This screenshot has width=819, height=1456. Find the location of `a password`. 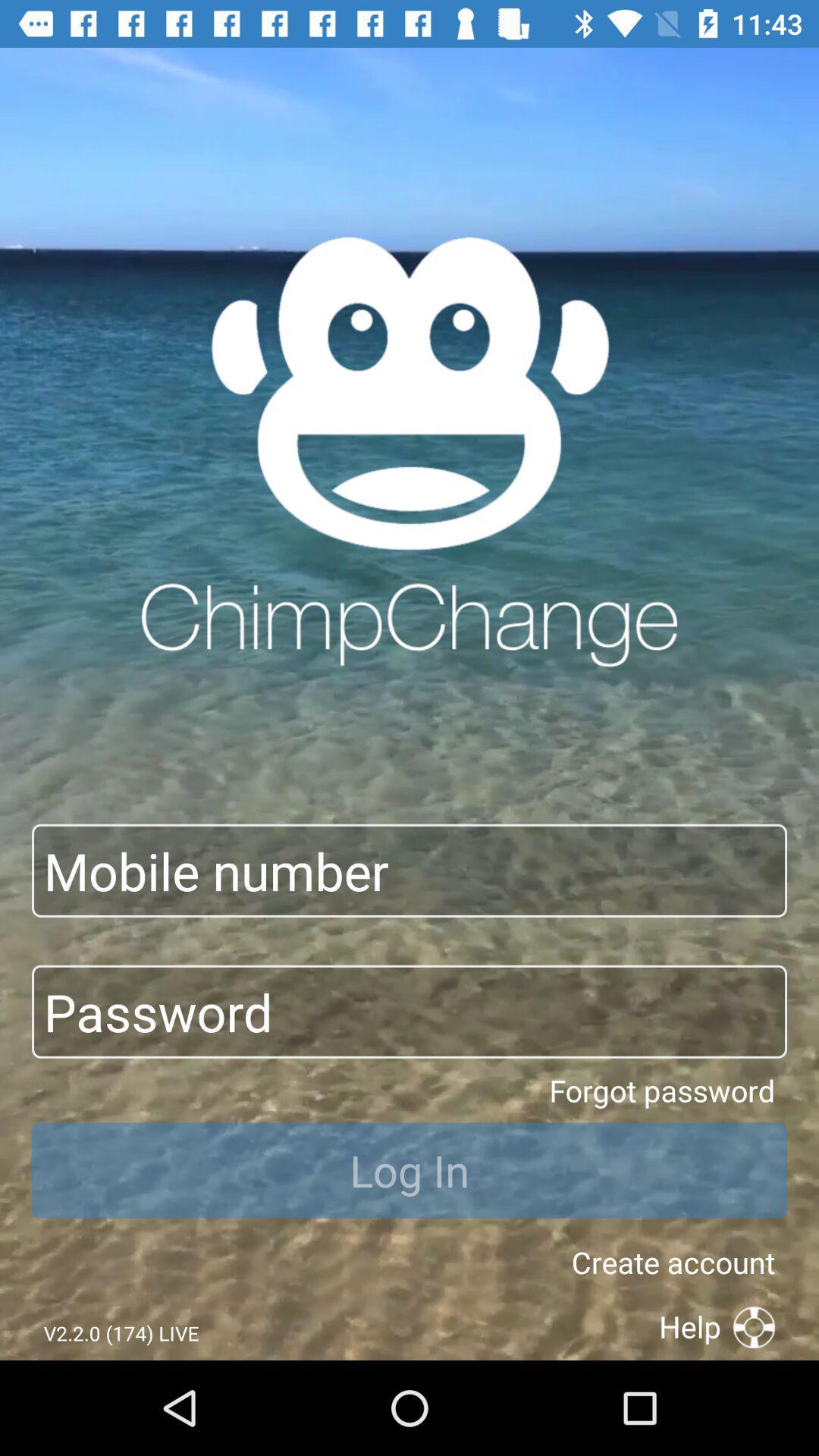

a password is located at coordinates (409, 1012).